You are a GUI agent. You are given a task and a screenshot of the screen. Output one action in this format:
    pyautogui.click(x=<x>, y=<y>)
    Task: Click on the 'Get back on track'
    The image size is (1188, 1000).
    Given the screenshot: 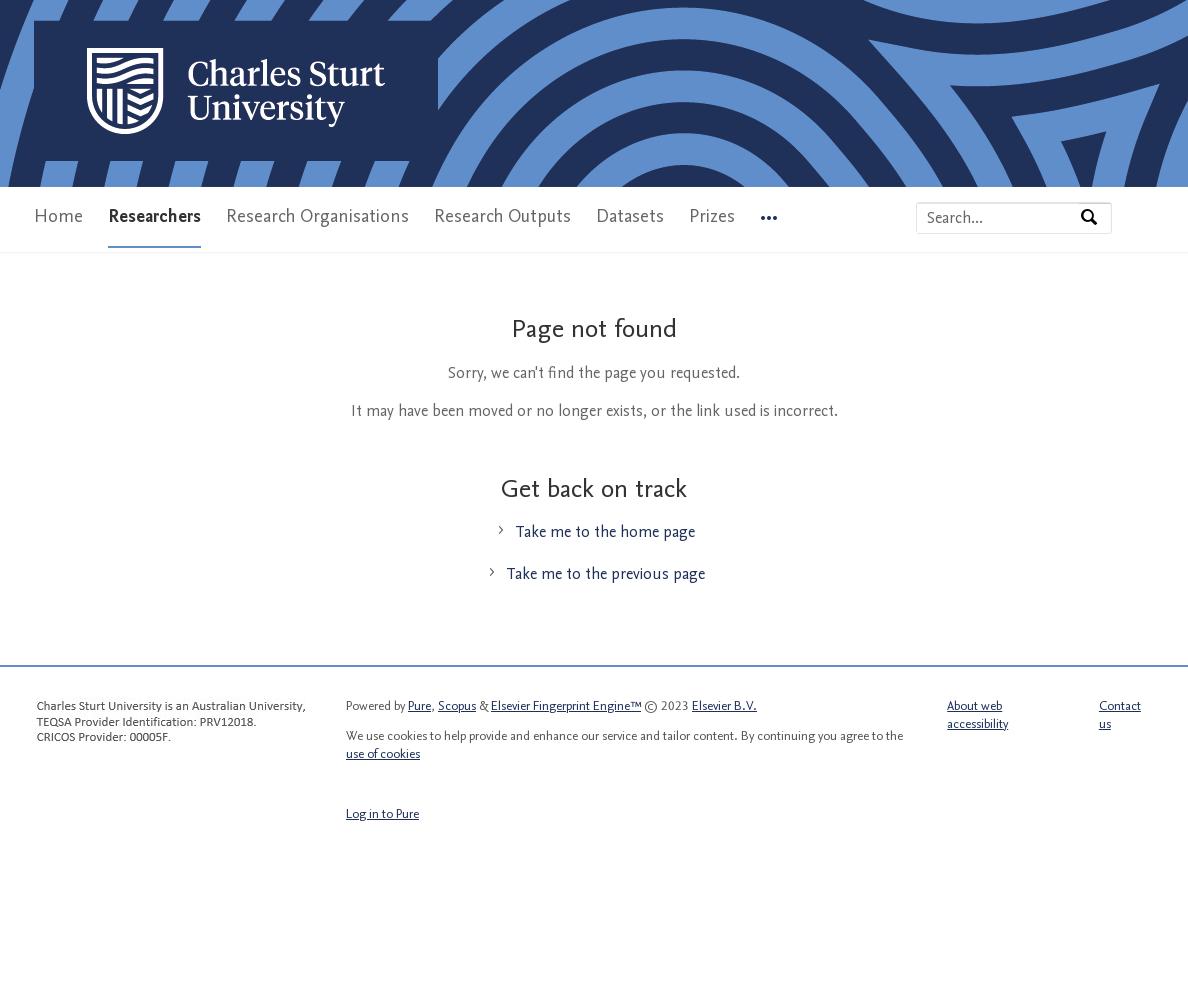 What is the action you would take?
    pyautogui.click(x=594, y=487)
    